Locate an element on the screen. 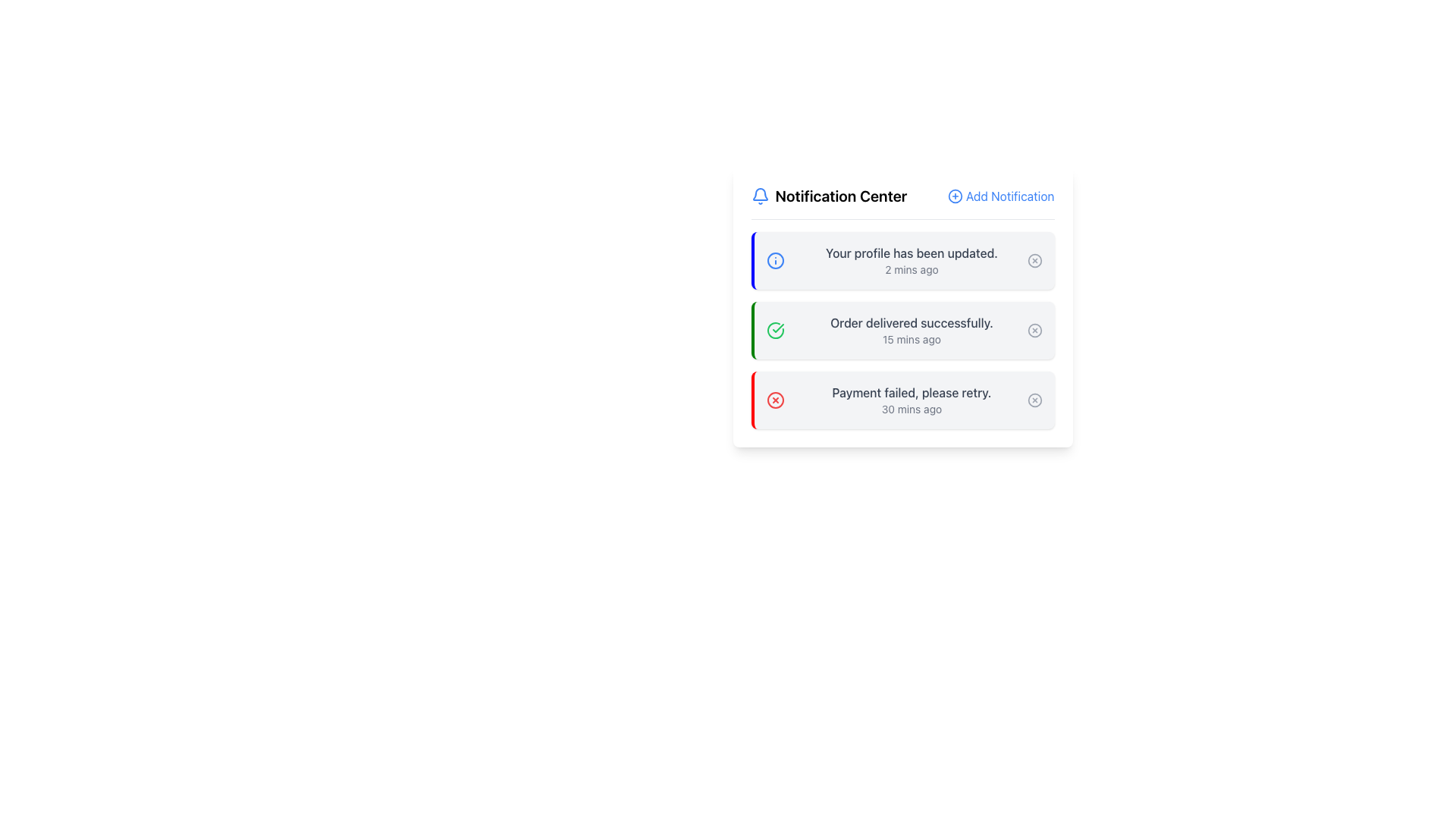  the 'Notification Center' label with a blue notification bell icon located towards the left of the header bar is located at coordinates (828, 195).